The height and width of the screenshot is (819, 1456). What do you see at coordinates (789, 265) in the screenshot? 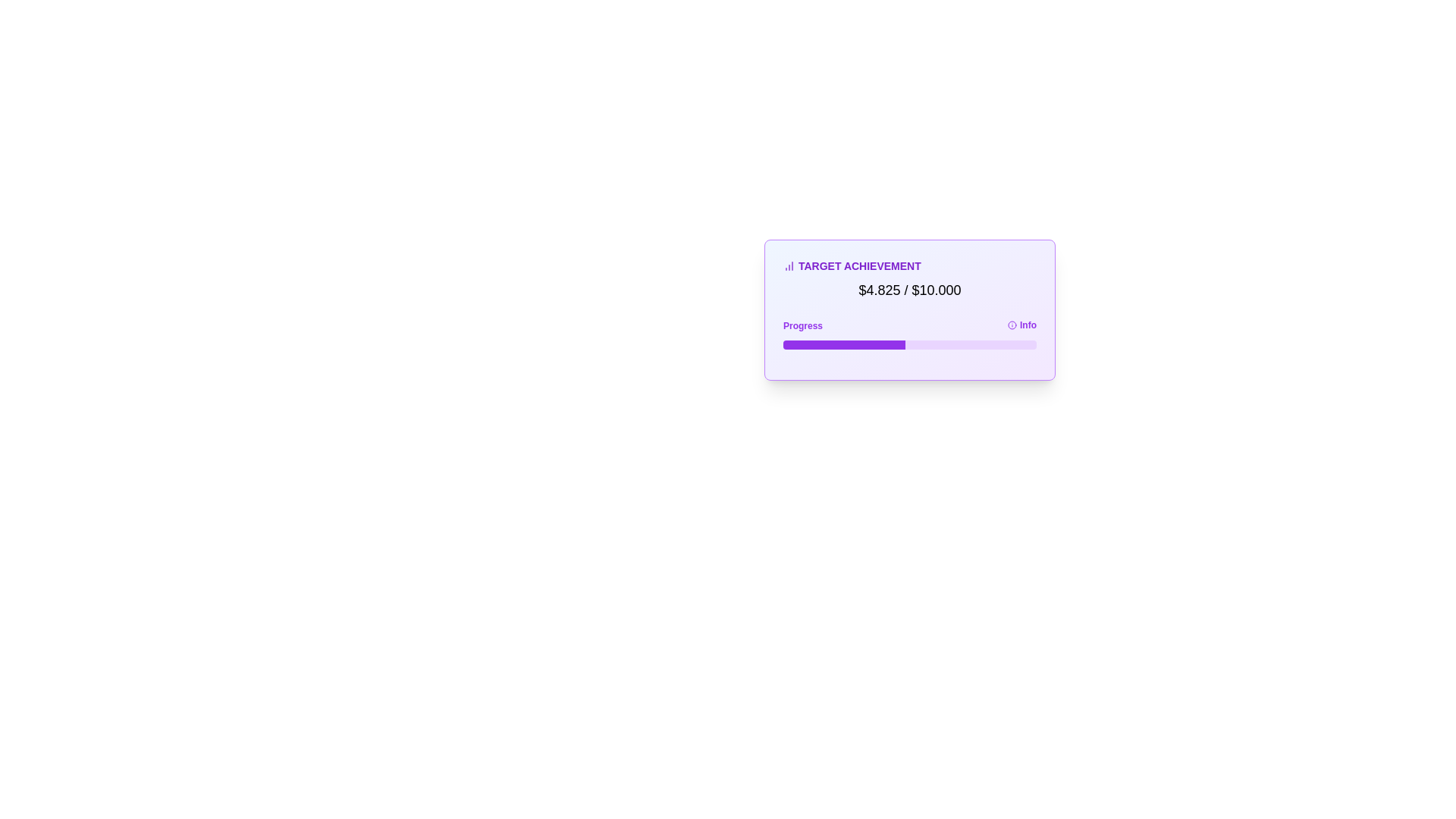
I see `the performance or progress metrics icon located slightly to the left of the 'Target Achievement' title, which is styled in bold, uppercase purple text` at bounding box center [789, 265].